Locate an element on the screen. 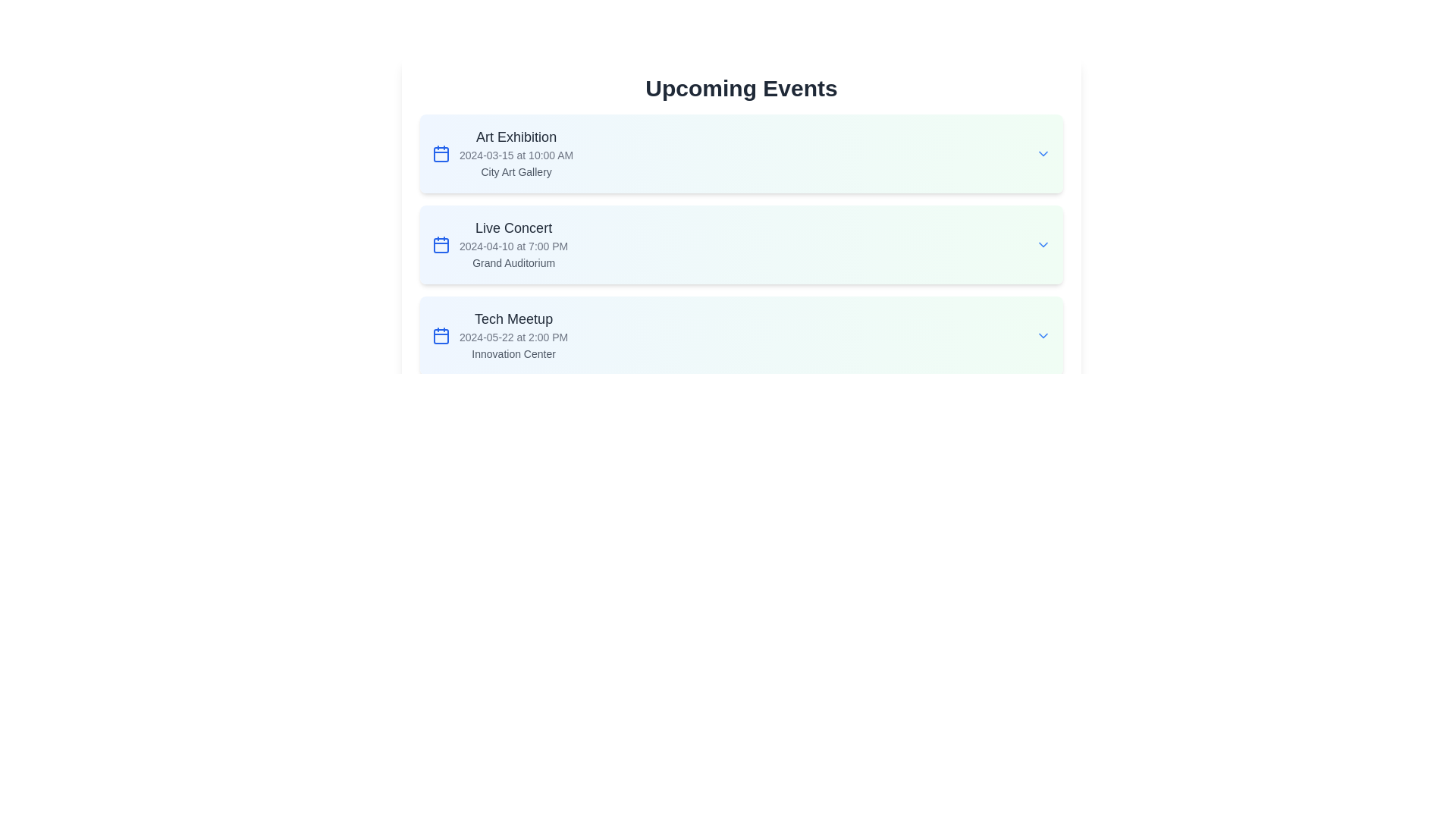 The height and width of the screenshot is (819, 1456). the static text label displaying 'Grand Auditorium', which is located below the event title 'Live Concert' and the date-time information '2024-04-10 at 7:00 PM' is located at coordinates (513, 262).